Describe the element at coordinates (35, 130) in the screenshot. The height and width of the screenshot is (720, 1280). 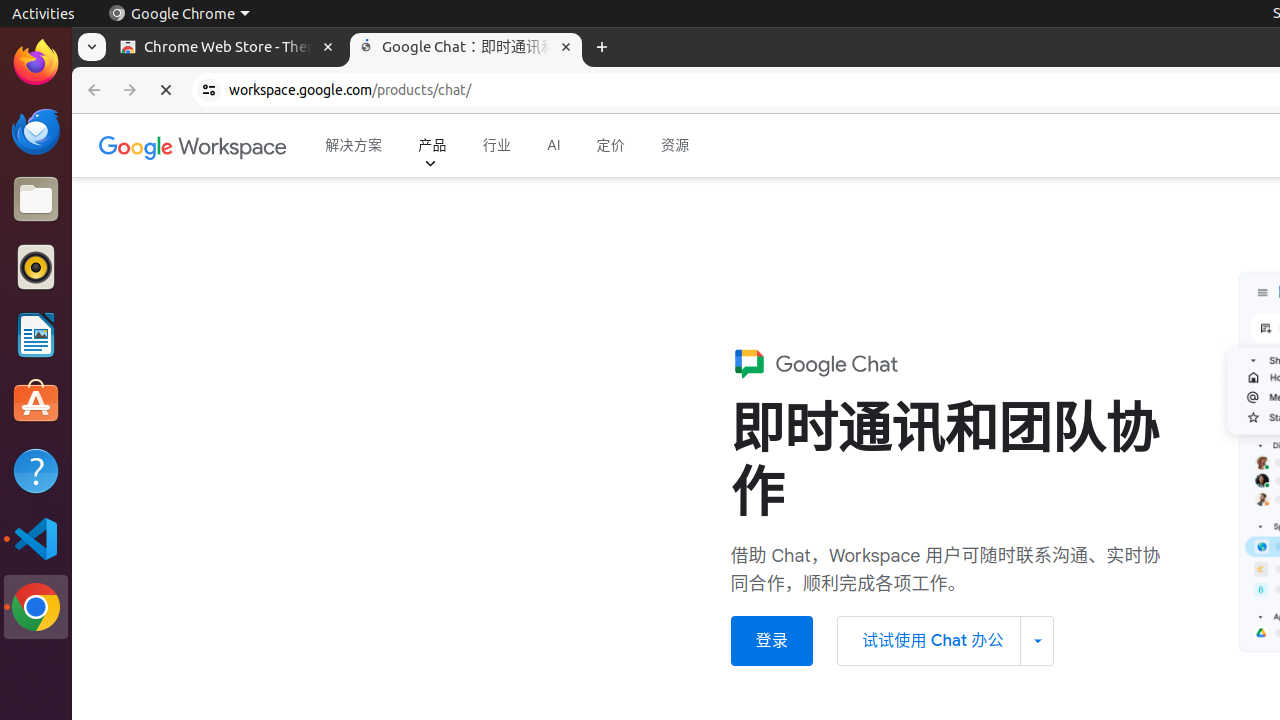
I see `'Thunderbird Mail'` at that location.